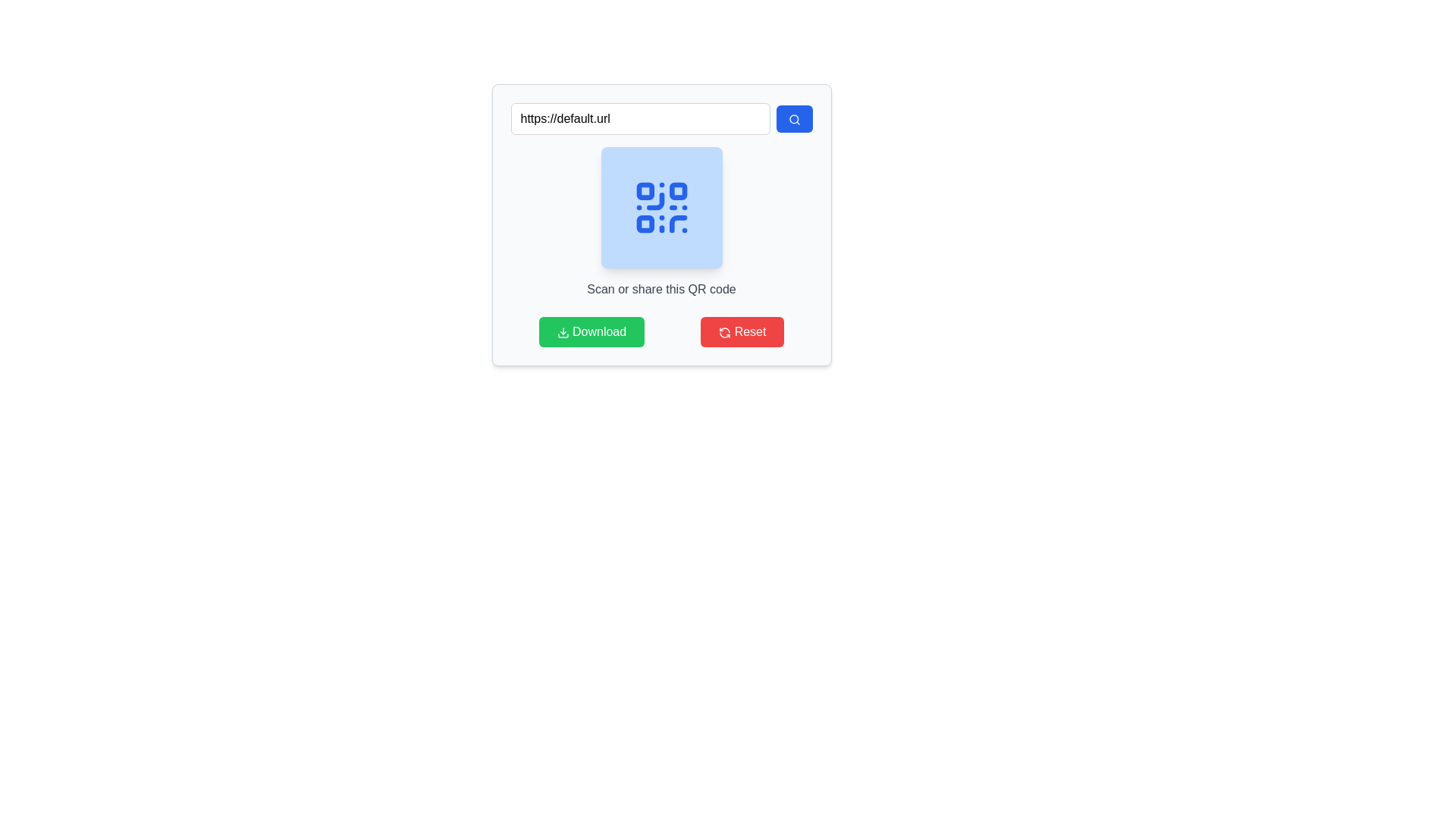 The height and width of the screenshot is (819, 1456). Describe the element at coordinates (793, 118) in the screenshot. I see `the search button located at the far right of the input field` at that location.